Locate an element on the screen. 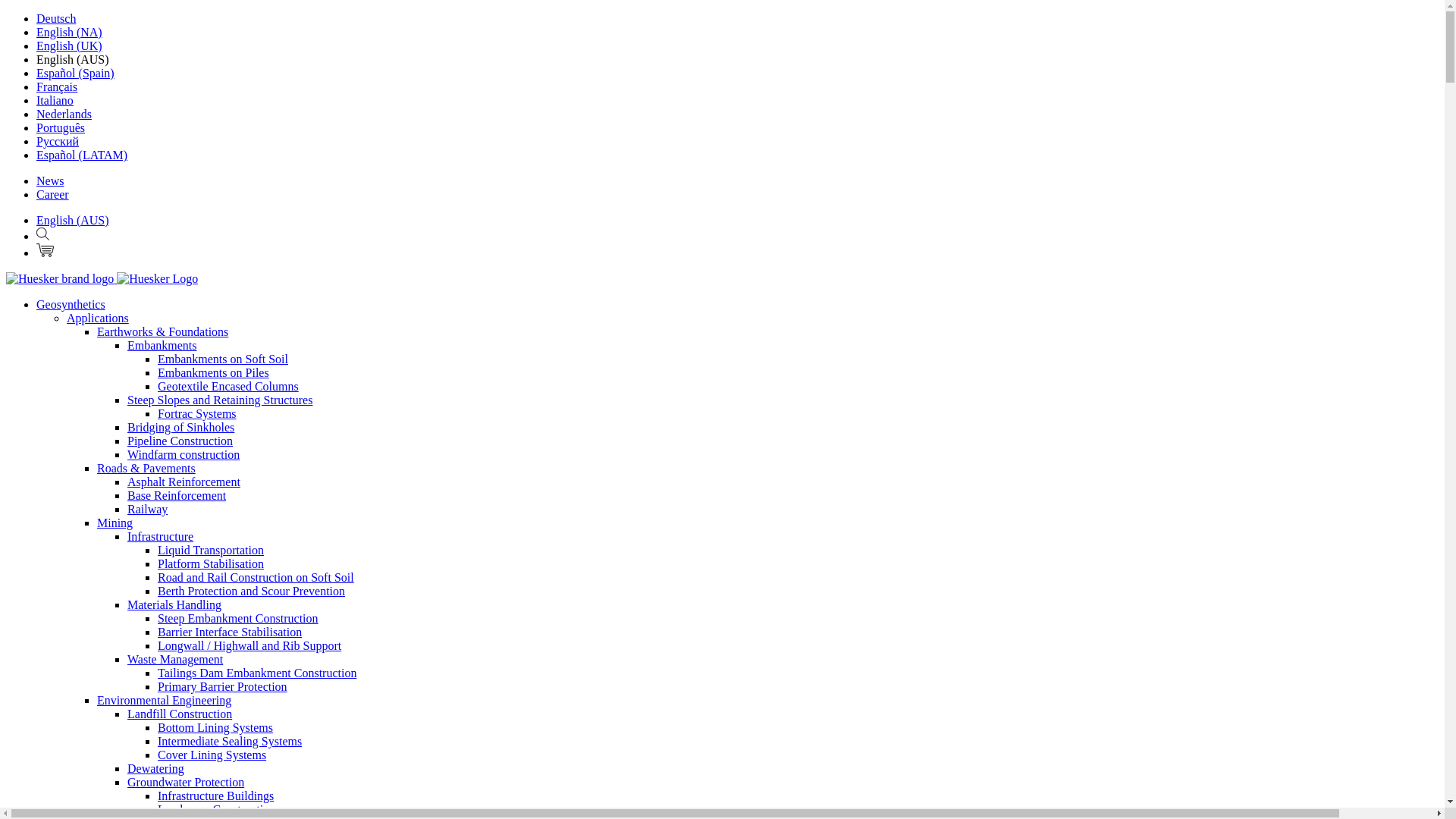  'Home' is located at coordinates (101, 278).